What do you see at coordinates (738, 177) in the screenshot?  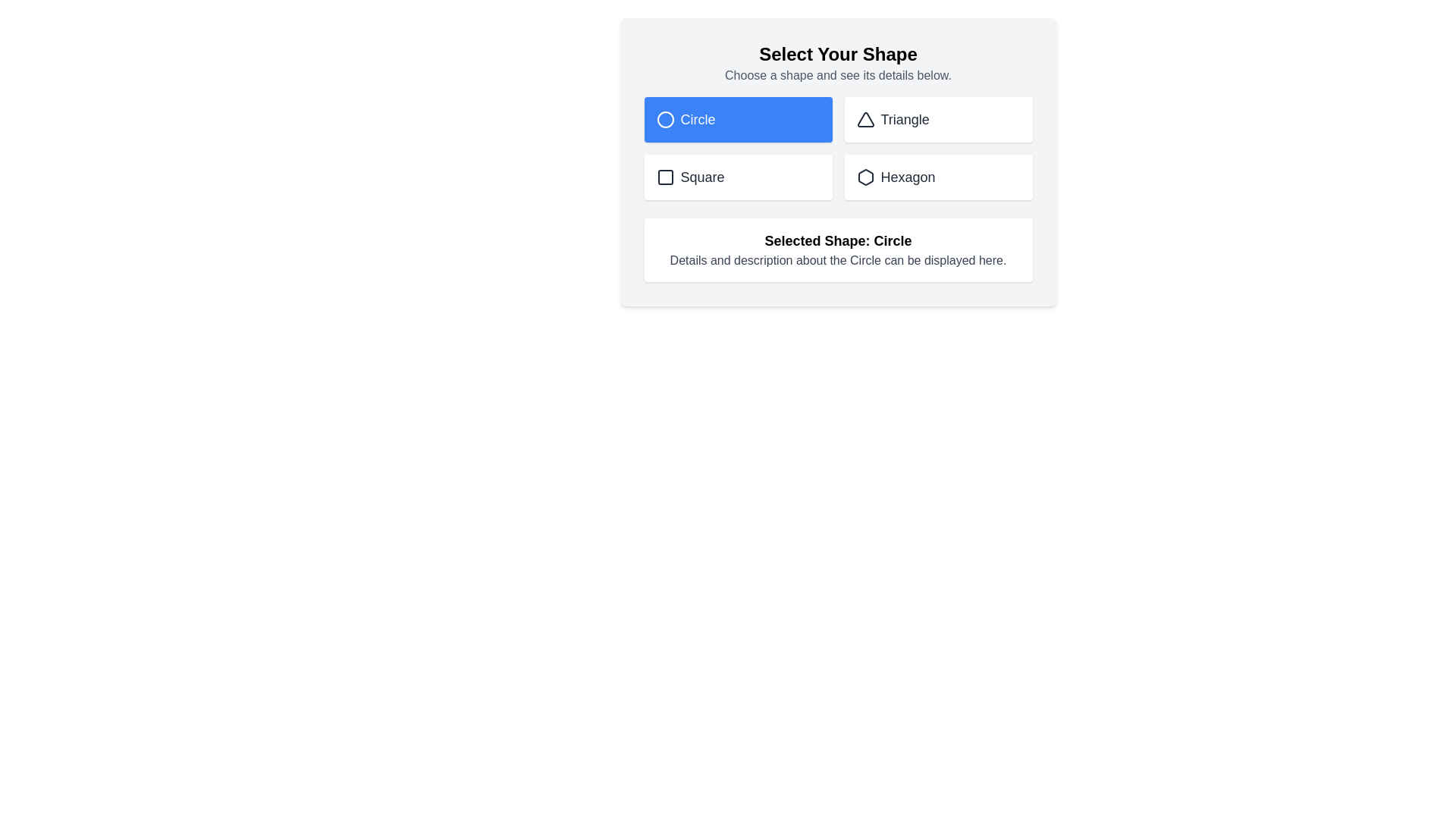 I see `the 'Square' button, which has a light background and a square outline icon` at bounding box center [738, 177].